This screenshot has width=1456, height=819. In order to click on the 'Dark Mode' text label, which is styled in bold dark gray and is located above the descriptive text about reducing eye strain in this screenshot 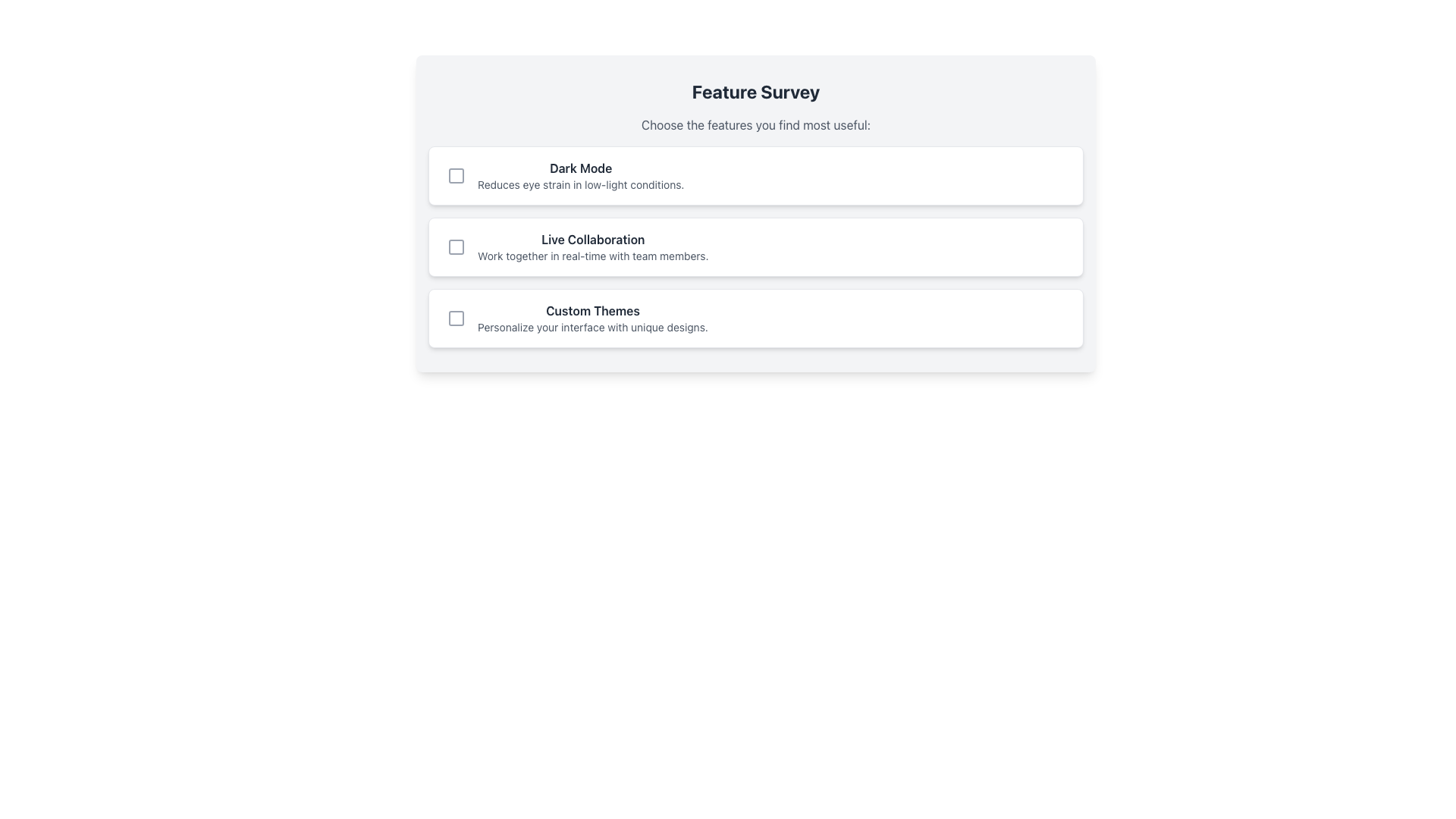, I will do `click(580, 168)`.